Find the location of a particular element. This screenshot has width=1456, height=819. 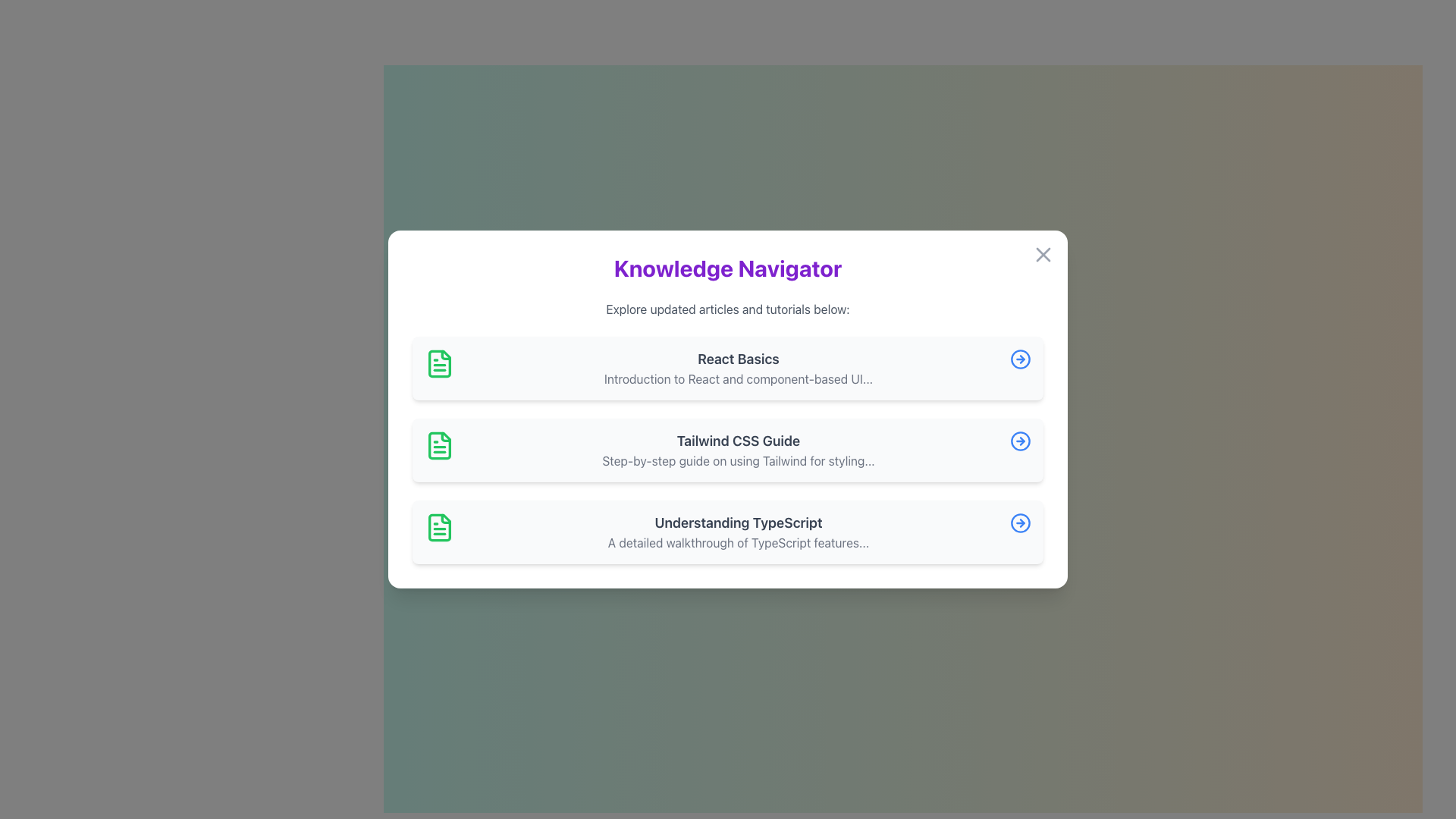

the close button located at the top-right corner of the modal is located at coordinates (1043, 253).